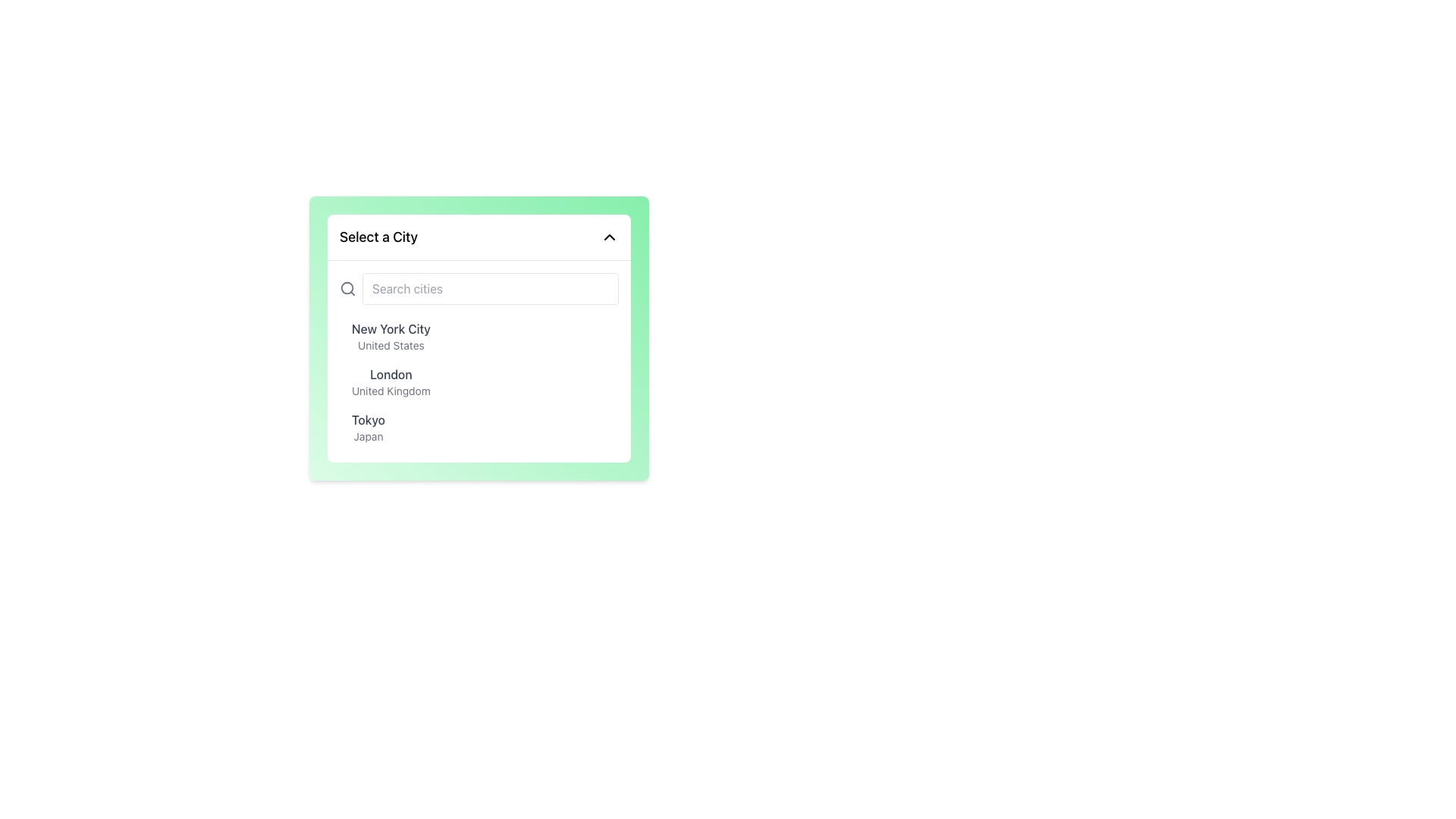  What do you see at coordinates (391, 391) in the screenshot?
I see `the Text Label displaying 'United Kingdom', which is styled in gray and positioned below 'London' in the list of cities` at bounding box center [391, 391].